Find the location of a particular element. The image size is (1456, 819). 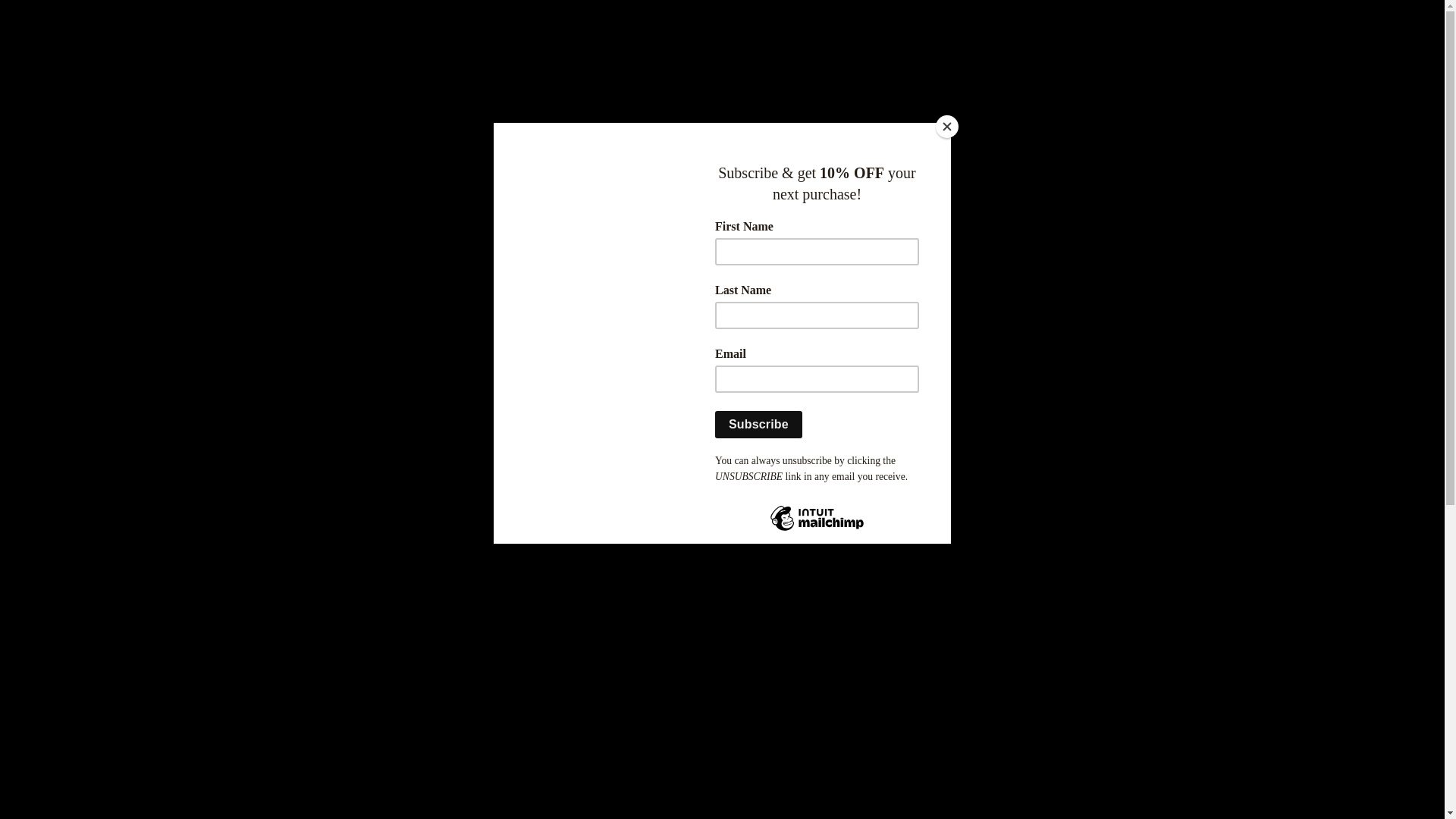

'SALE' is located at coordinates (487, 314).